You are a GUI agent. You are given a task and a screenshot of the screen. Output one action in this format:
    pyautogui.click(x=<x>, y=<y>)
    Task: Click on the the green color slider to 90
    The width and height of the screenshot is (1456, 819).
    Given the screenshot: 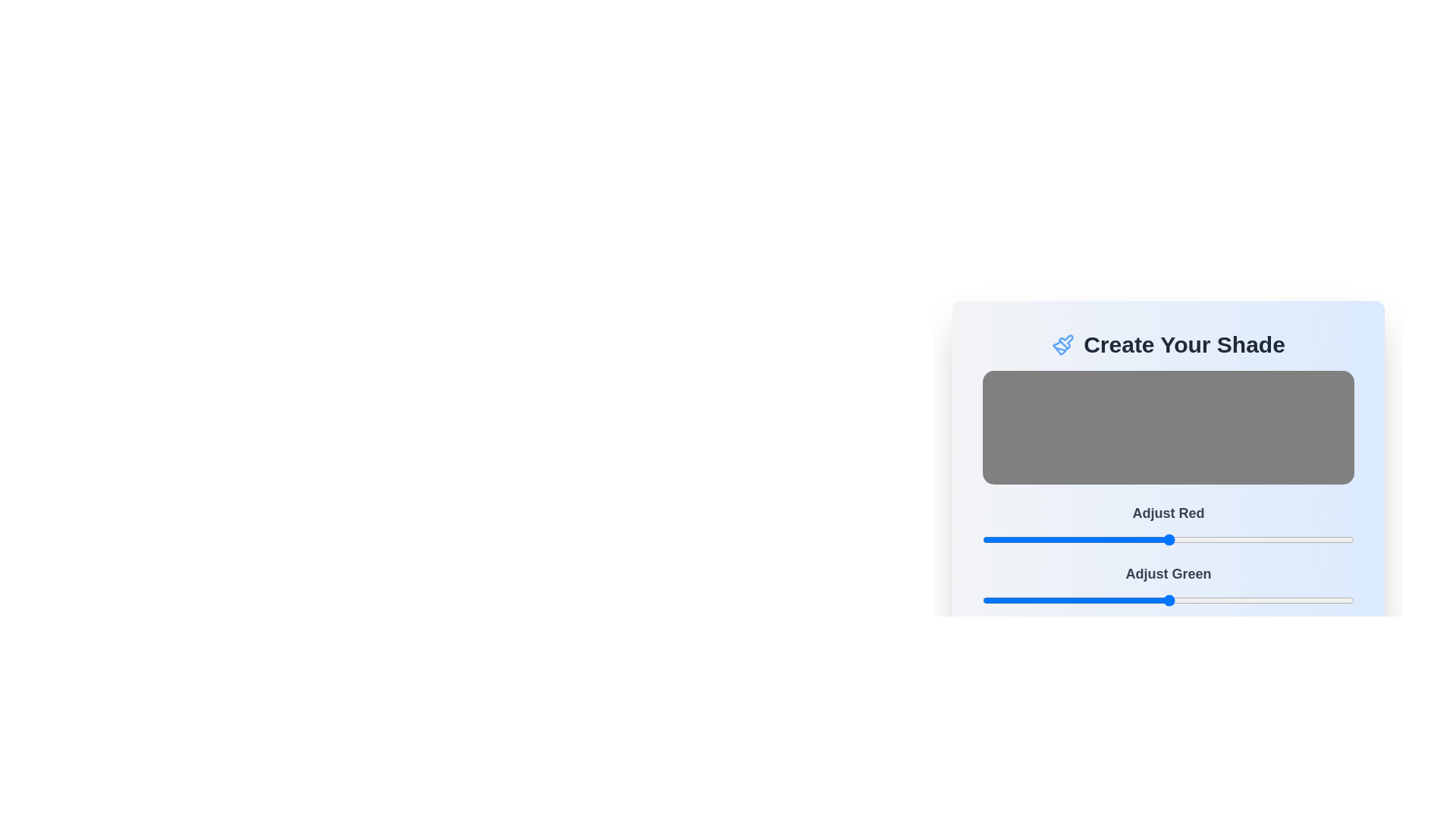 What is the action you would take?
    pyautogui.click(x=1113, y=599)
    